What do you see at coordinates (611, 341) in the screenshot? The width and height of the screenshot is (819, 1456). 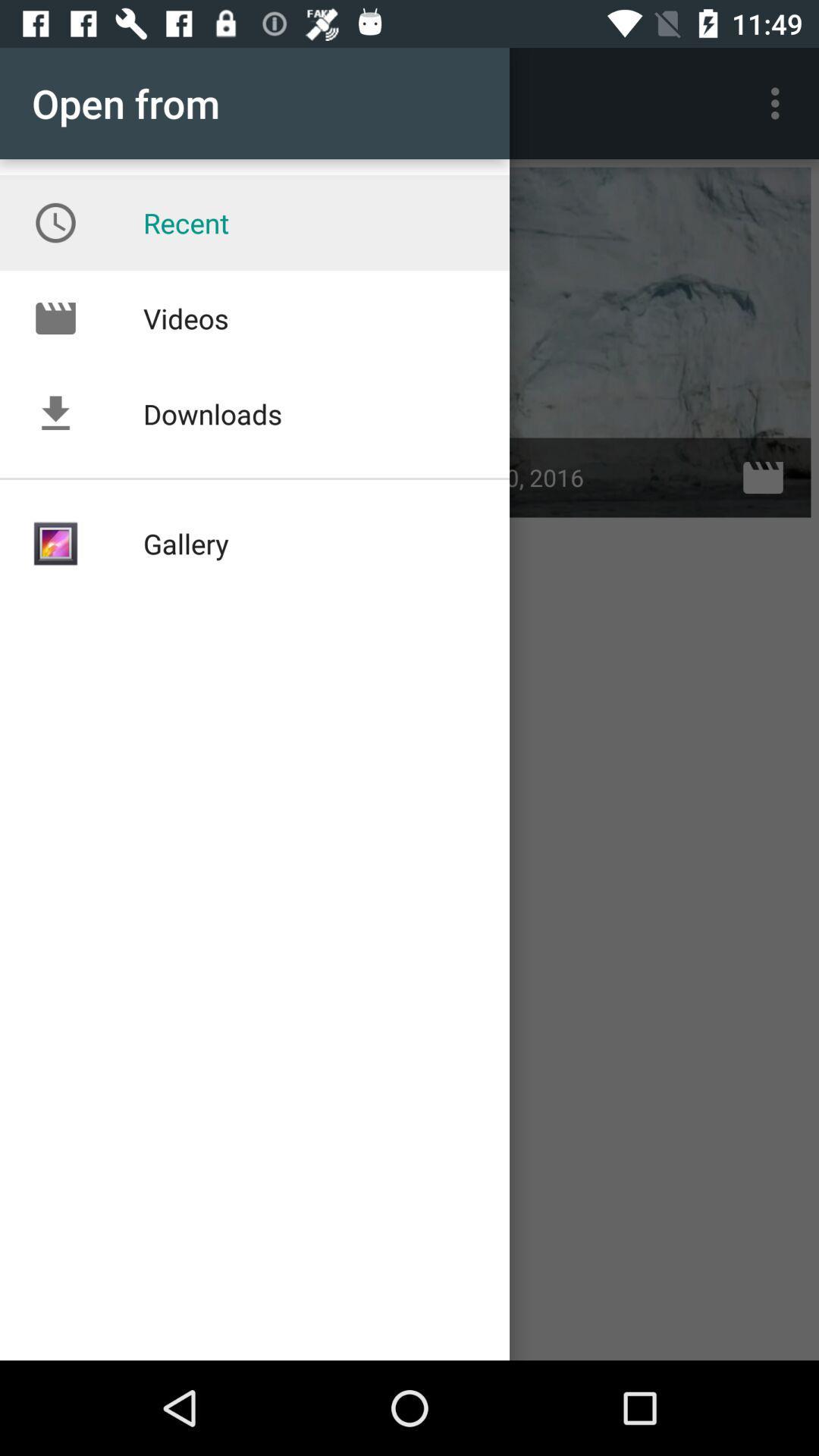 I see `option below the 3 dotted vertical line icon` at bounding box center [611, 341].